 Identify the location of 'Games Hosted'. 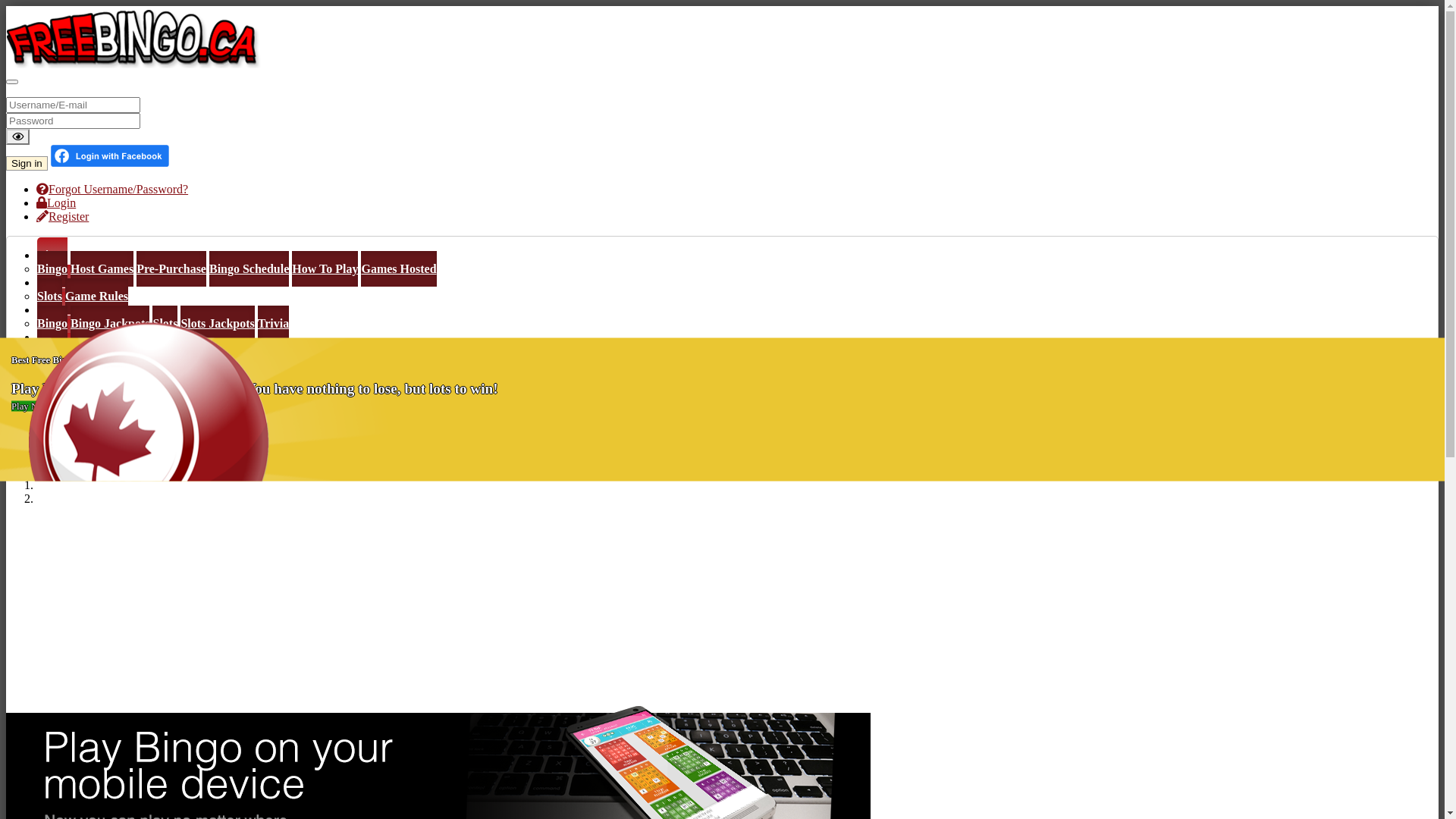
(398, 268).